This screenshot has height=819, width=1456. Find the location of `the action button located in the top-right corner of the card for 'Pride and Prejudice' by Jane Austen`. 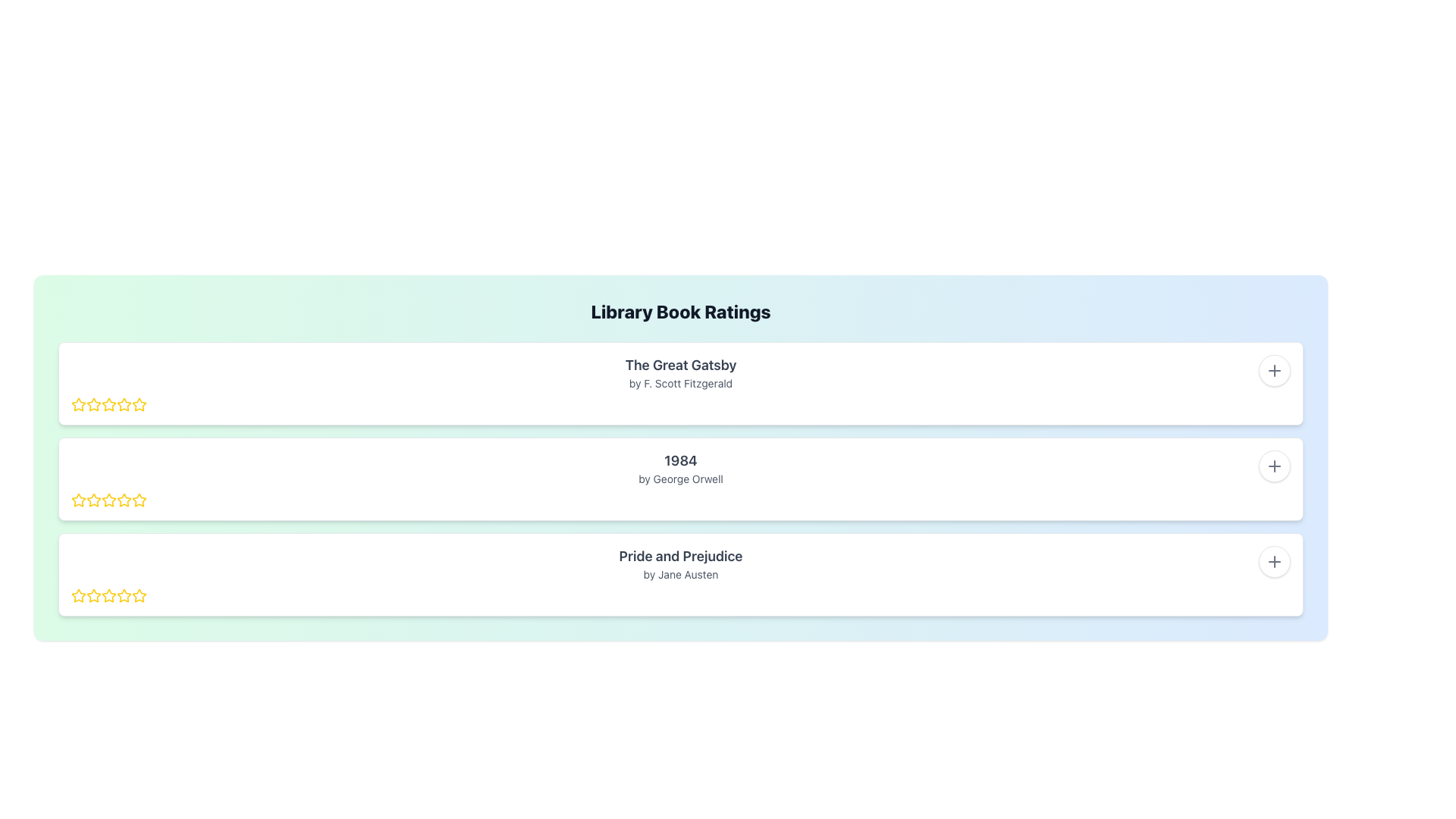

the action button located in the top-right corner of the card for 'Pride and Prejudice' by Jane Austen is located at coordinates (1274, 561).